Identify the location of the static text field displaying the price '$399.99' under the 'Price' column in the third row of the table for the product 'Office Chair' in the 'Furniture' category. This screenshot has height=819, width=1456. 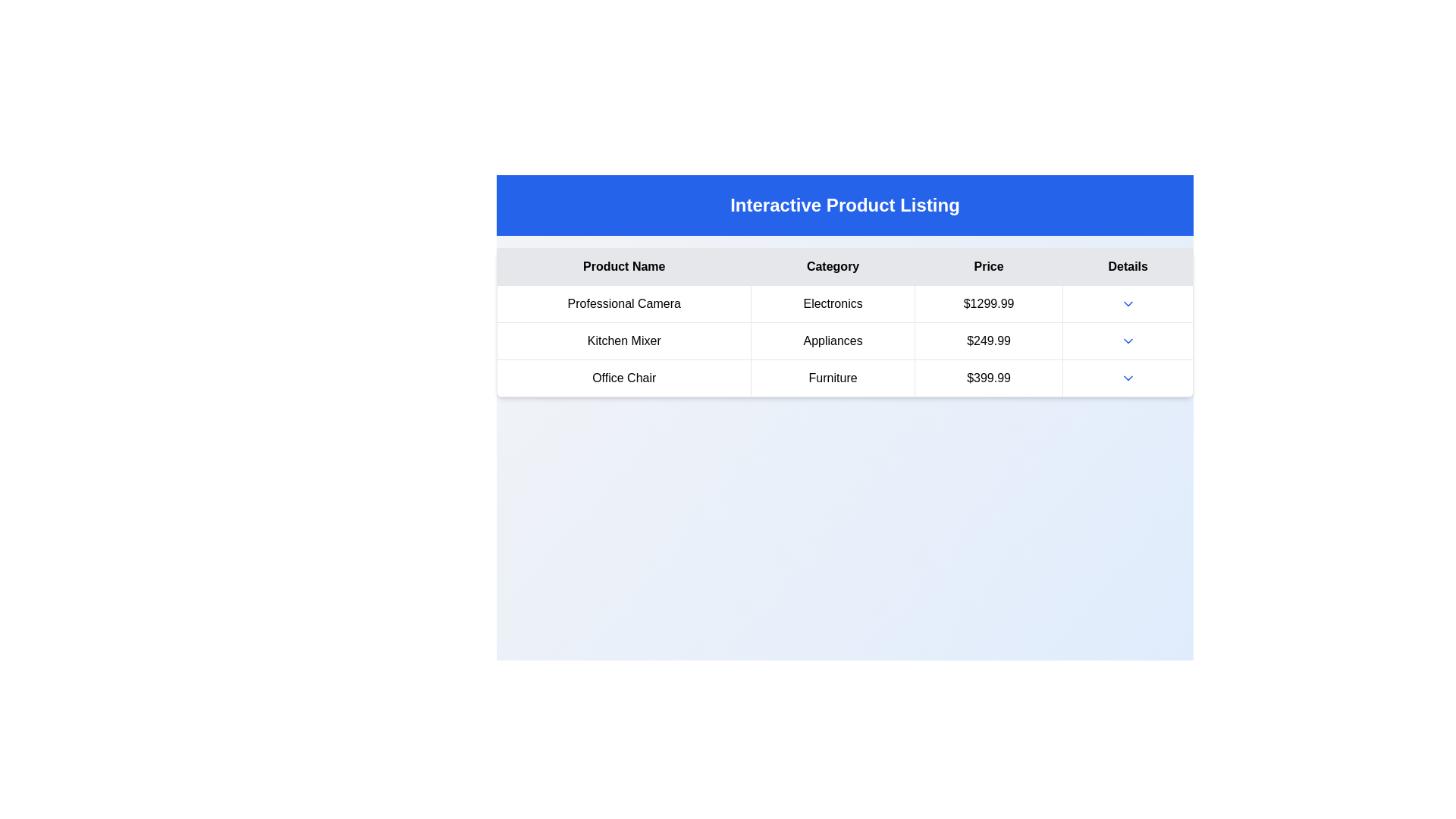
(989, 377).